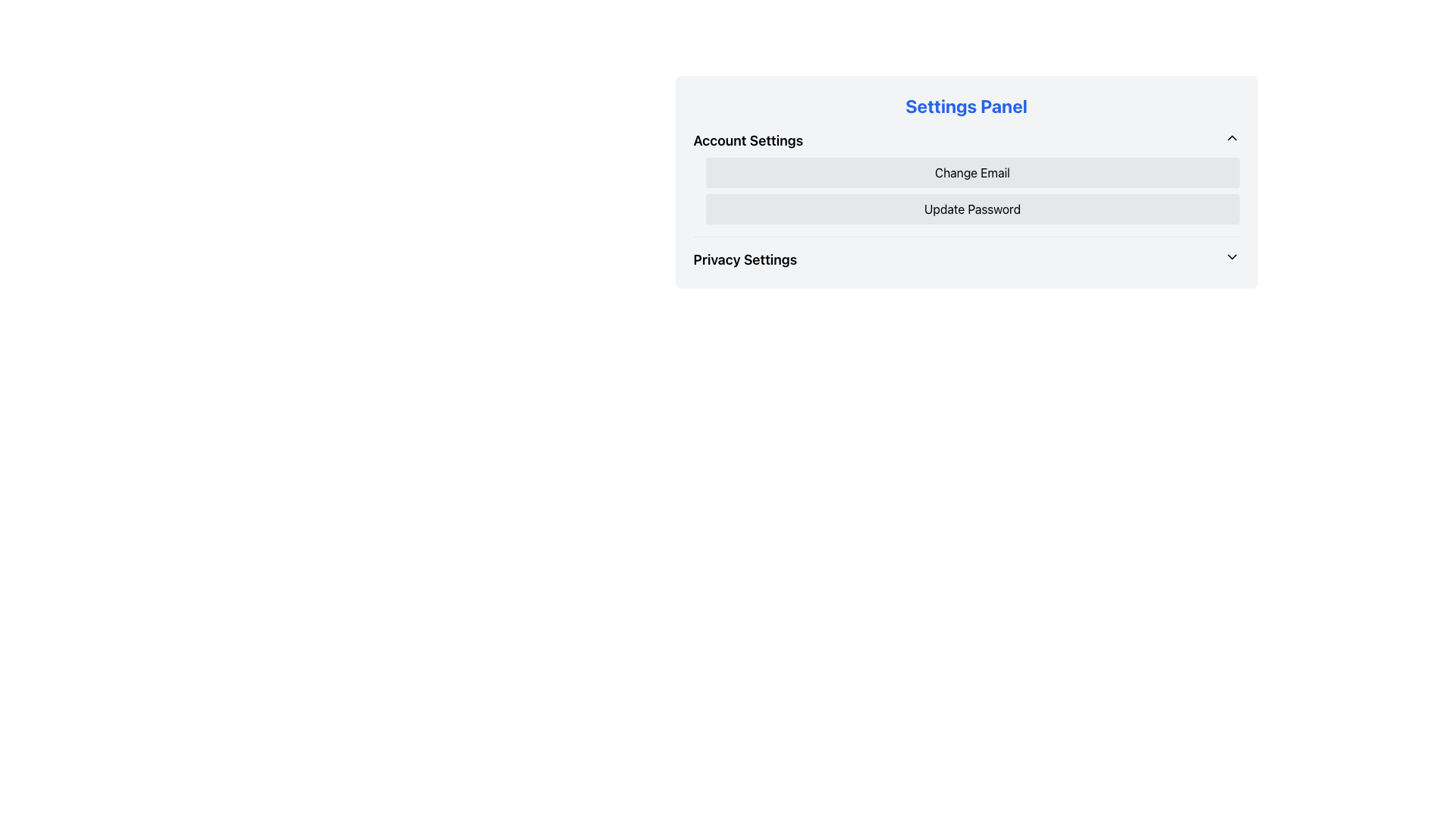  What do you see at coordinates (972, 171) in the screenshot?
I see `the 'Change Email' button located under the 'Account Settings' header in the 'Settings Panel'` at bounding box center [972, 171].